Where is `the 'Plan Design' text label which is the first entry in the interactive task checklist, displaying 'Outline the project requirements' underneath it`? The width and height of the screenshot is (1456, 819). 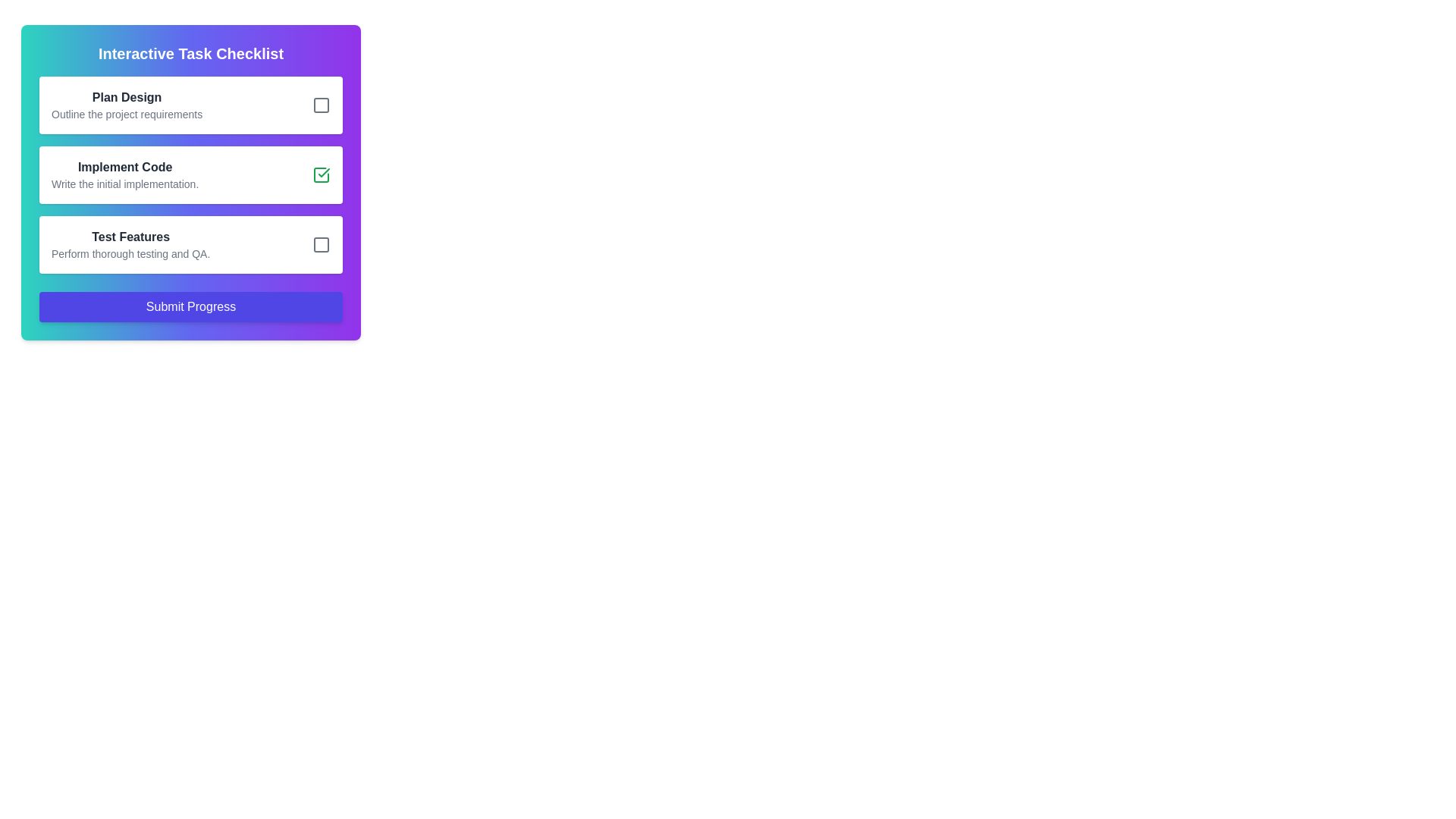 the 'Plan Design' text label which is the first entry in the interactive task checklist, displaying 'Outline the project requirements' underneath it is located at coordinates (127, 104).